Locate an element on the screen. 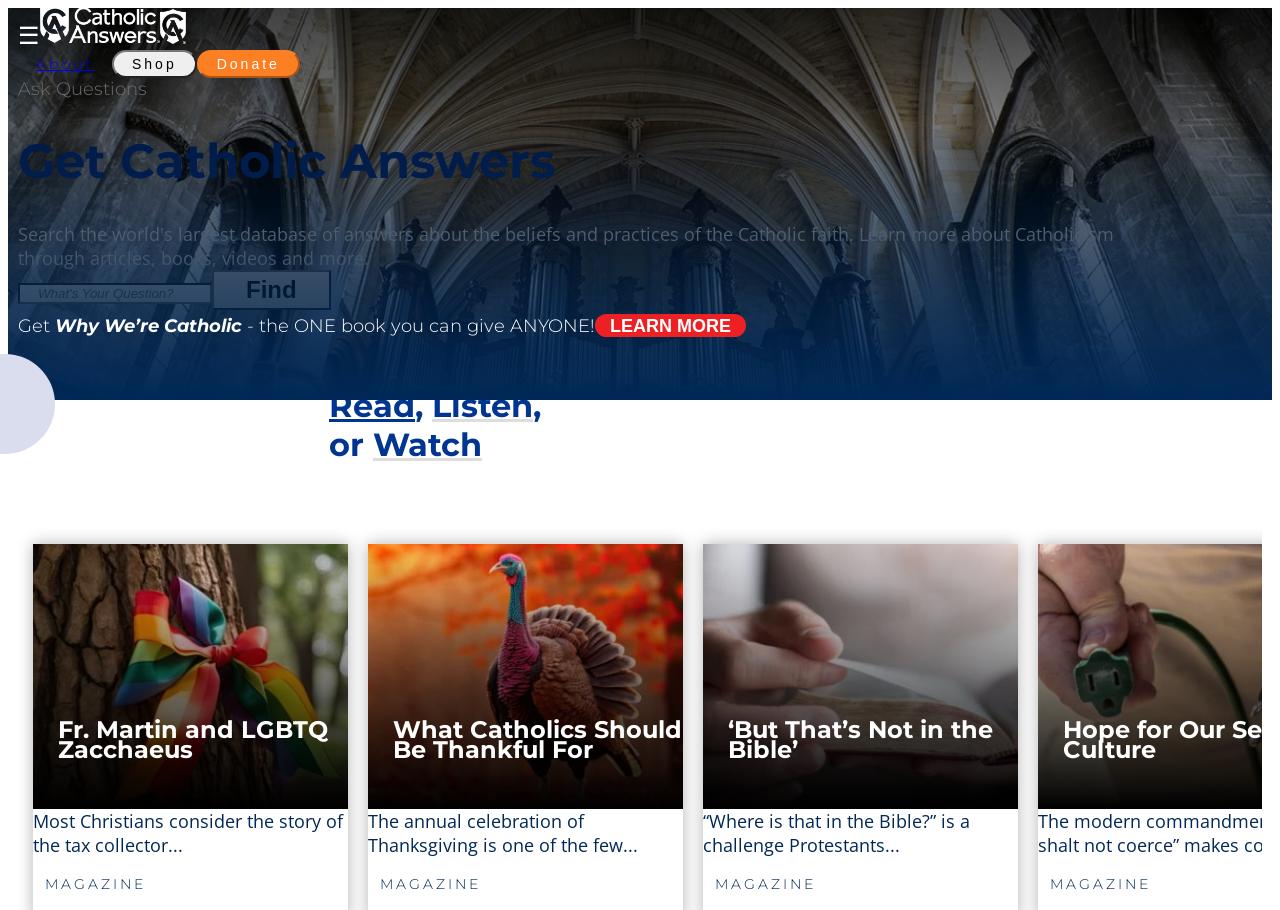 The image size is (1280, 910). 'Search the world's largest database of answers about the beliefs and practices of the Catholic faith. Learn more about Catholicism through articles, books, videos and more.' is located at coordinates (565, 244).